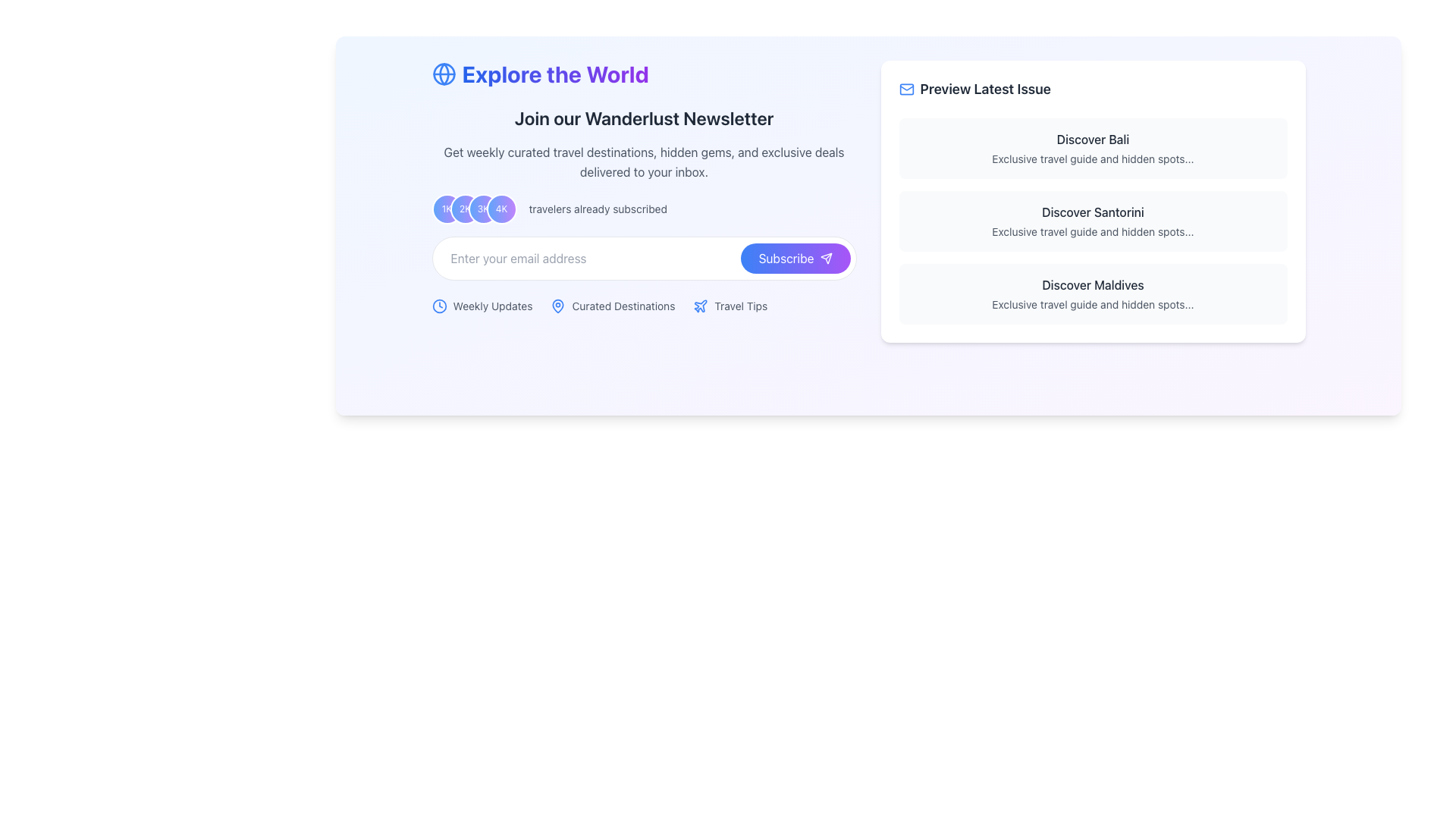 This screenshot has width=1456, height=819. I want to click on the first icon representing weekly updates, located near the bottom of the left content section, to the left of the text 'Weekly Updates', so click(438, 306).